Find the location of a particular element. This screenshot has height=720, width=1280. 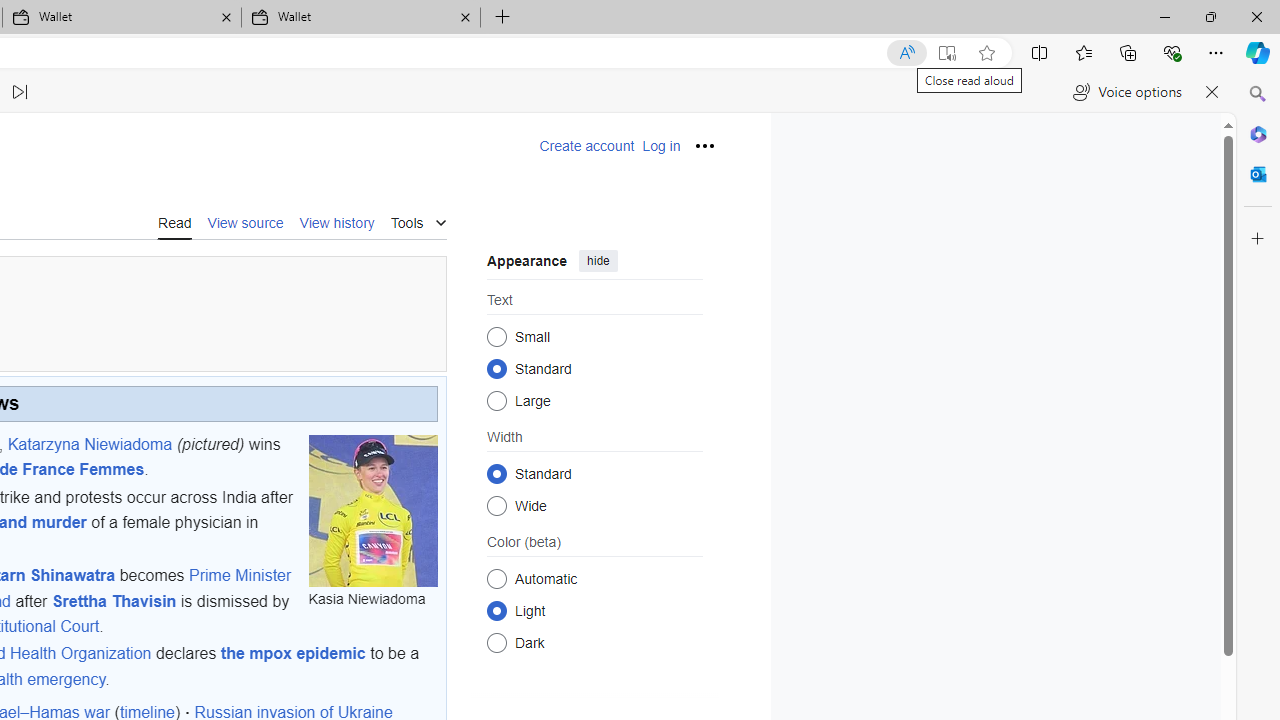

'Small' is located at coordinates (496, 335).